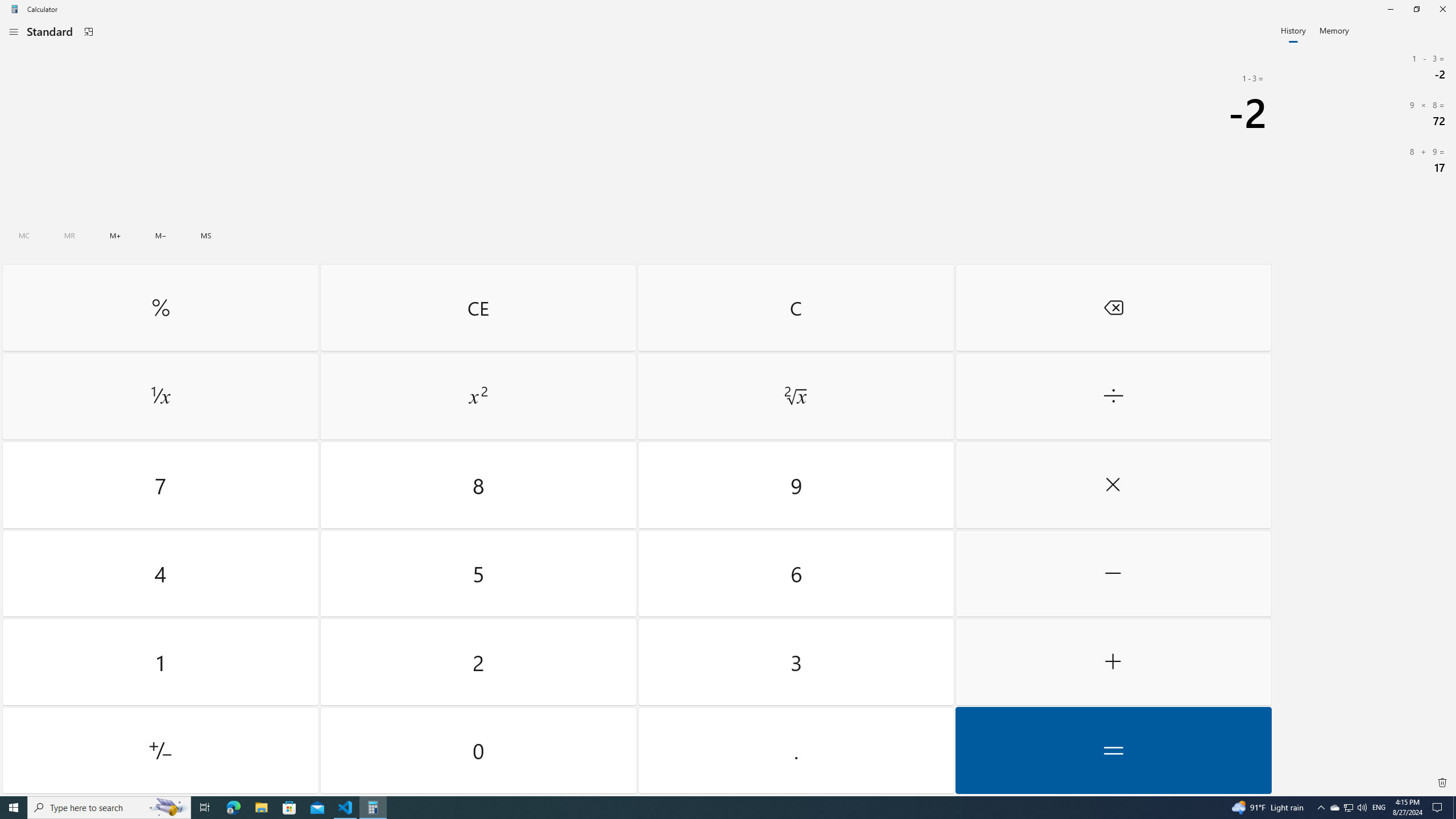 Image resolution: width=1456 pixels, height=819 pixels. Describe the element at coordinates (24, 235) in the screenshot. I see `'Clear all memory'` at that location.